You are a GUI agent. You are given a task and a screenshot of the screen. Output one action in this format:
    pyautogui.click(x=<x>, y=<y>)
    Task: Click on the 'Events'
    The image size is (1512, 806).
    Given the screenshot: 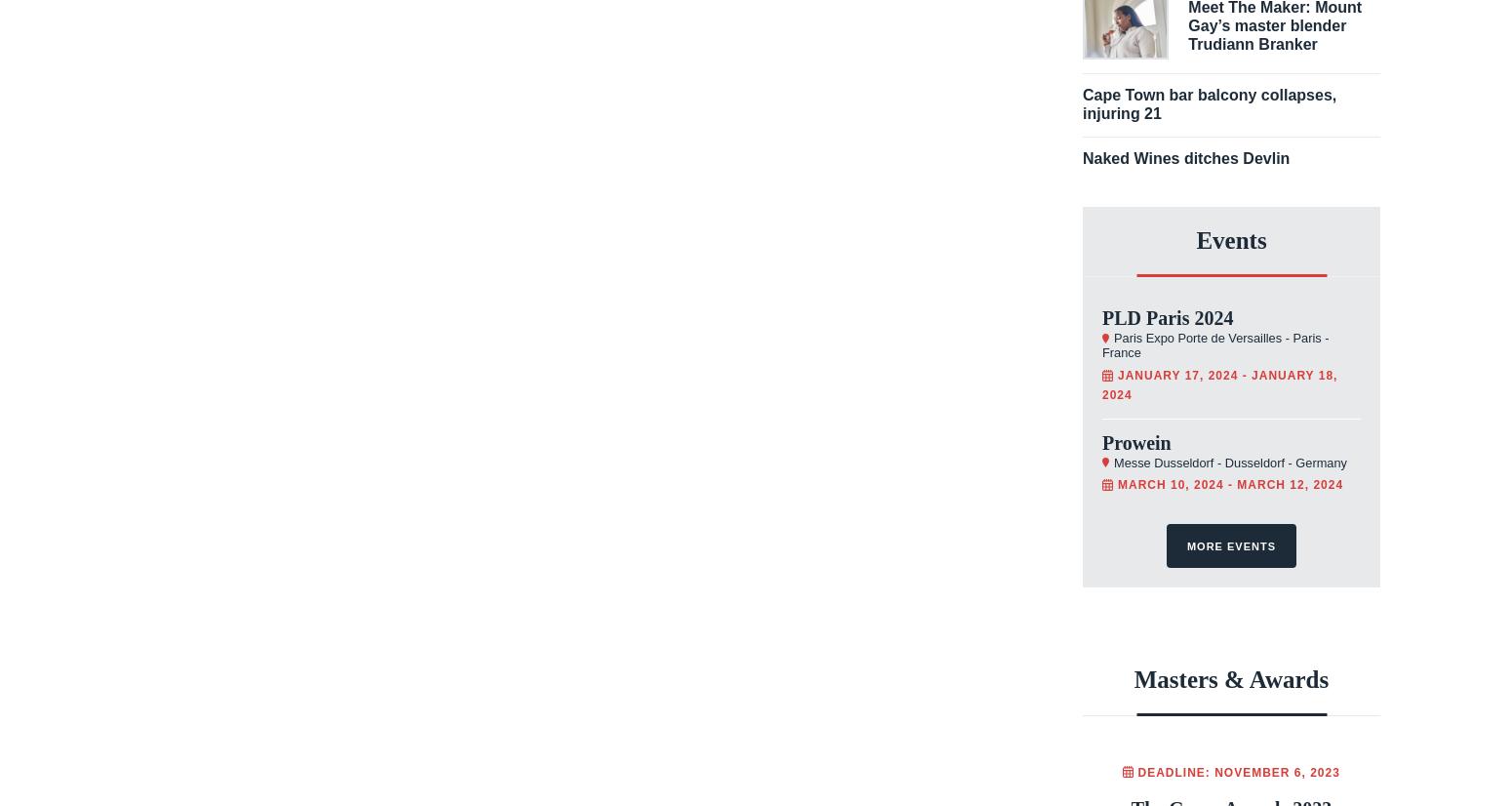 What is the action you would take?
    pyautogui.click(x=1230, y=240)
    